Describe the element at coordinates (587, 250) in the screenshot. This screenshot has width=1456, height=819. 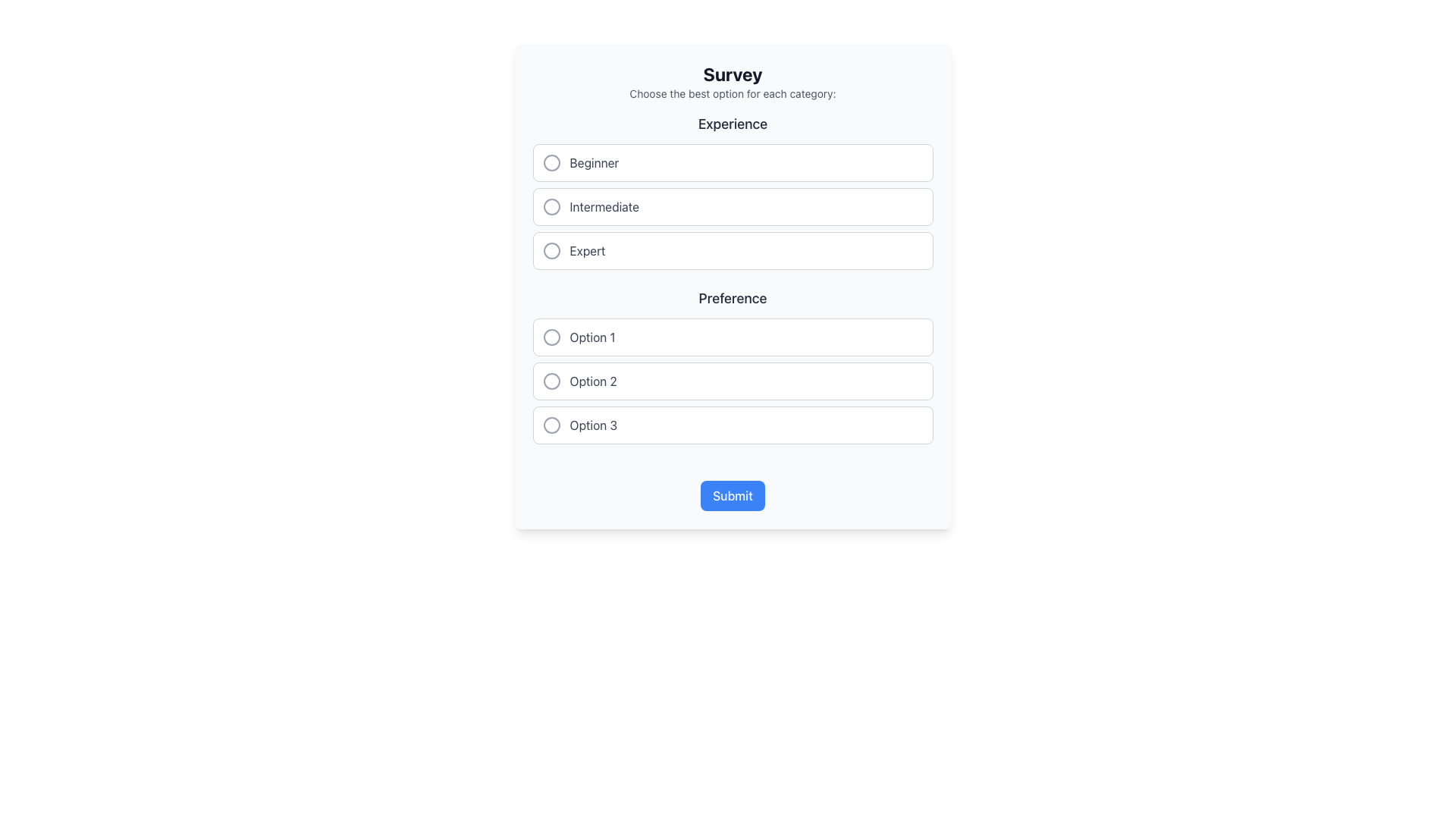
I see `'Expert' label in the 'Experience' category of the survey, which visually represents the option but is non-interactive` at that location.